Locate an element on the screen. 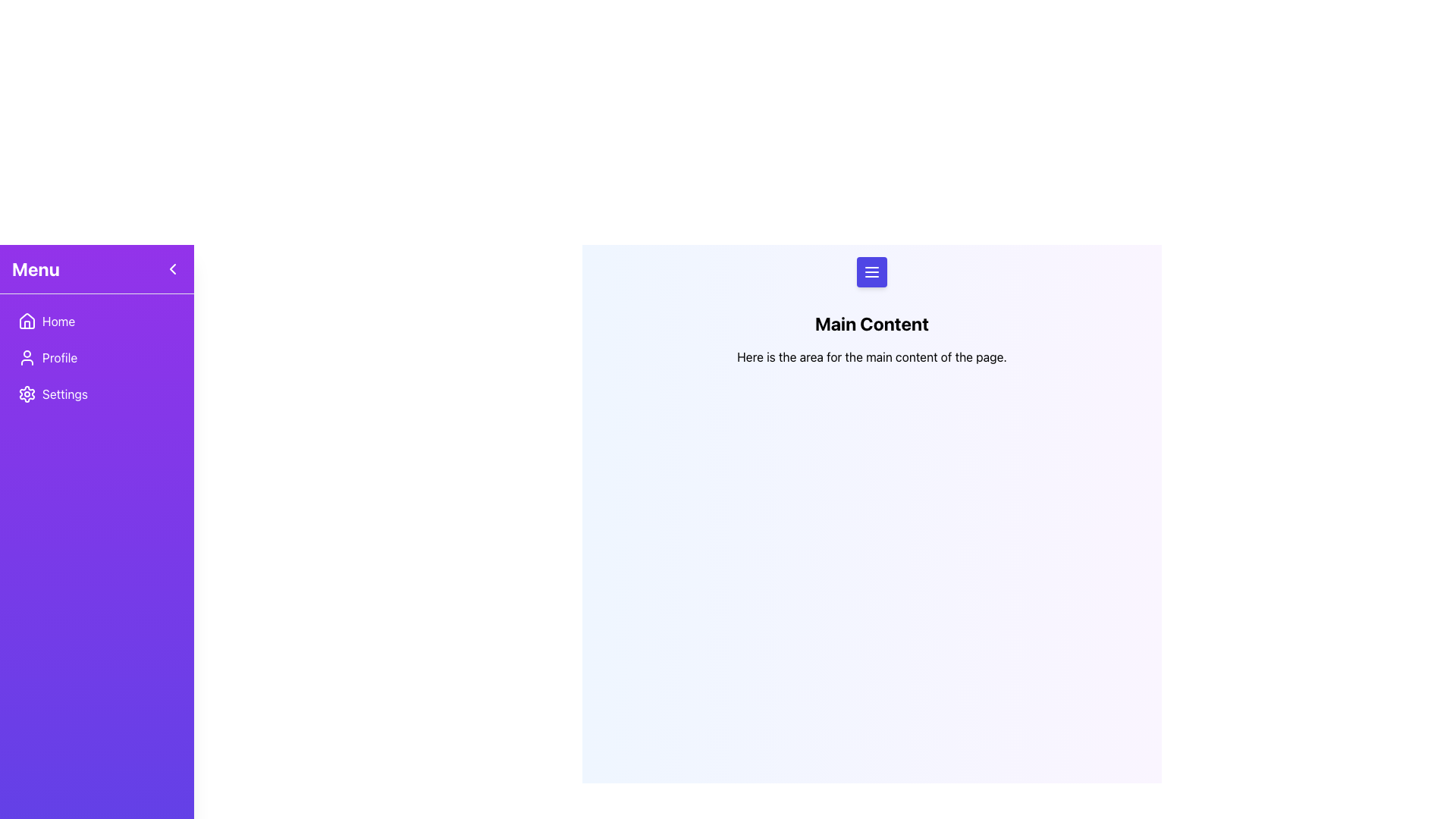 This screenshot has height=819, width=1456. the 'Main Content' heading text, which is displayed in bold and large font, located at the top center of the content area is located at coordinates (872, 323).